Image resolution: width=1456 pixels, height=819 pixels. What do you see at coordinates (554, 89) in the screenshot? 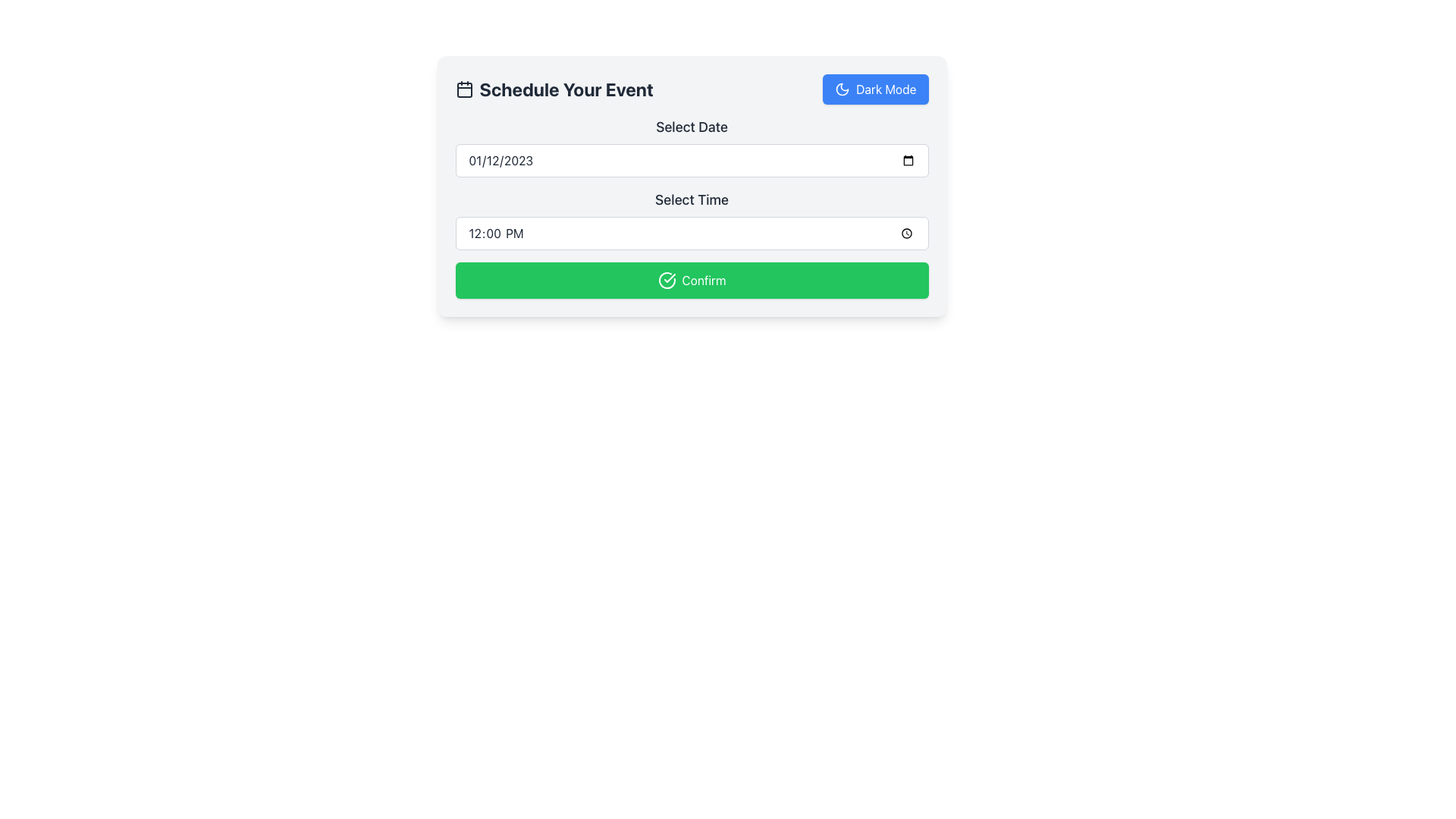
I see `the heading with icon that indicates the scheduling feature, located in the header section directly to the left of the 'Dark Mode' button` at bounding box center [554, 89].